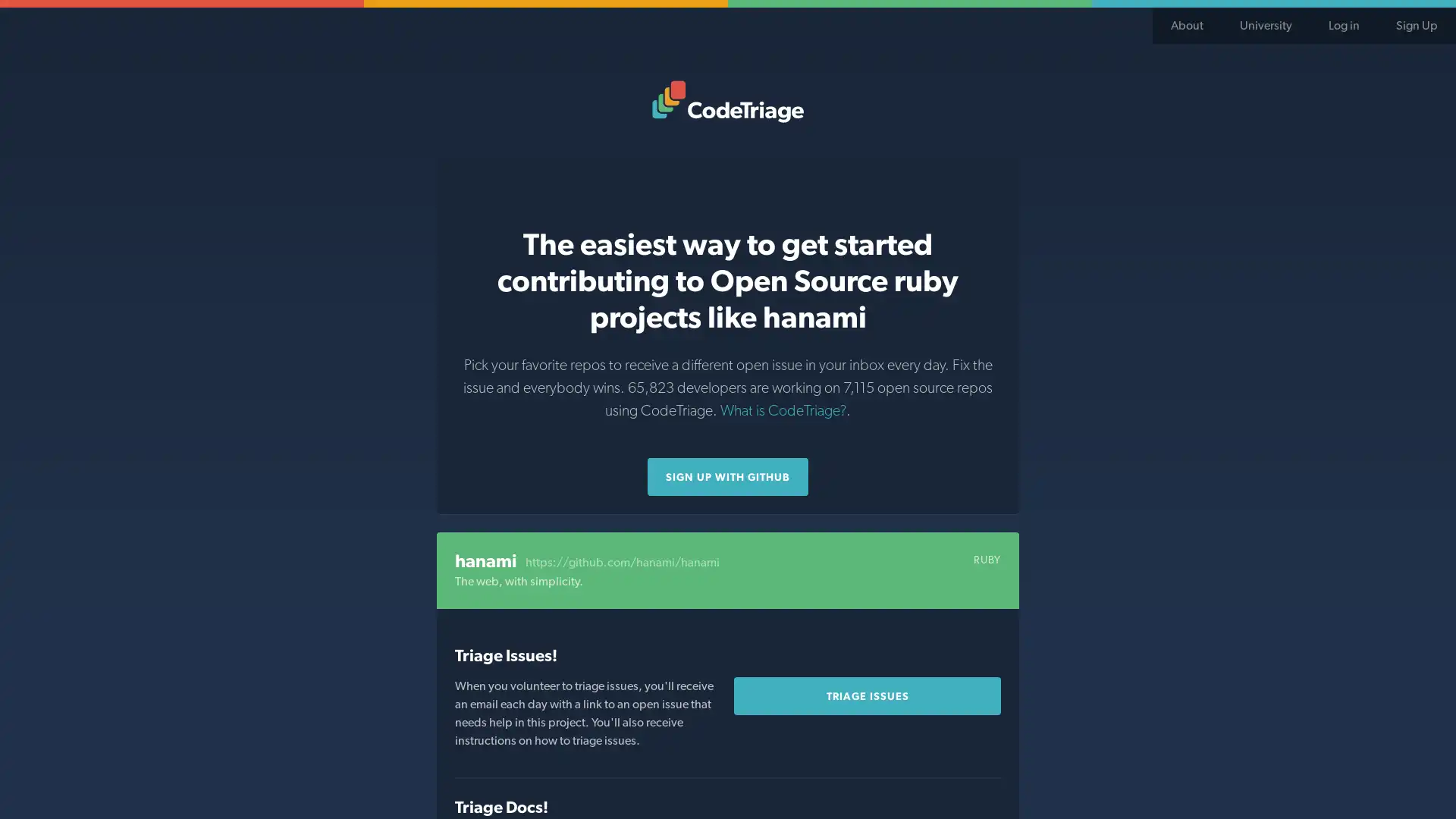 This screenshot has width=1456, height=819. Describe the element at coordinates (867, 696) in the screenshot. I see `Triage Issues` at that location.